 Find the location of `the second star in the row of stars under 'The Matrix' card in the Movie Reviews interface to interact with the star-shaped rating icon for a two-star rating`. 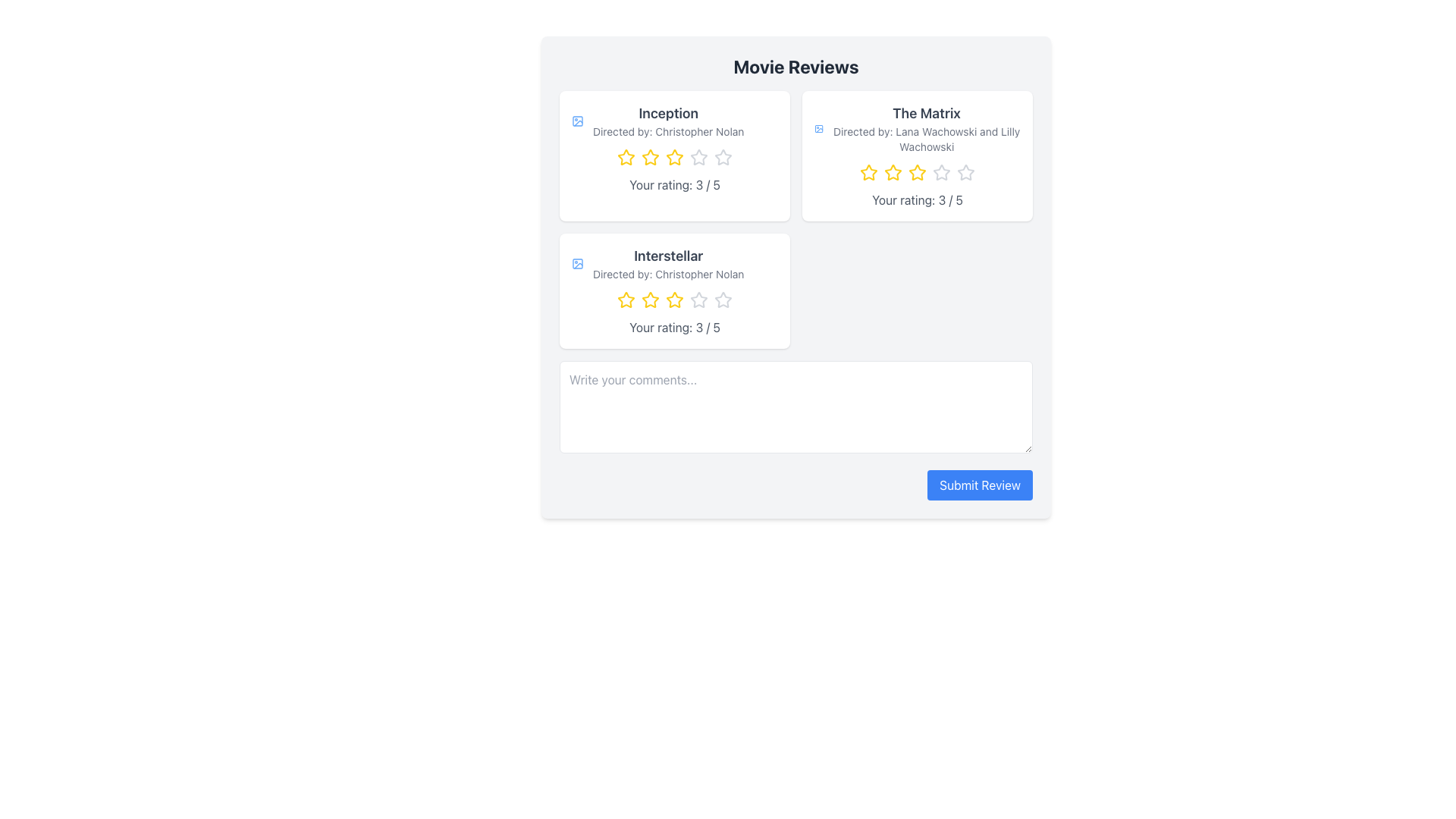

the second star in the row of stars under 'The Matrix' card in the Movie Reviews interface to interact with the star-shaped rating icon for a two-star rating is located at coordinates (893, 171).